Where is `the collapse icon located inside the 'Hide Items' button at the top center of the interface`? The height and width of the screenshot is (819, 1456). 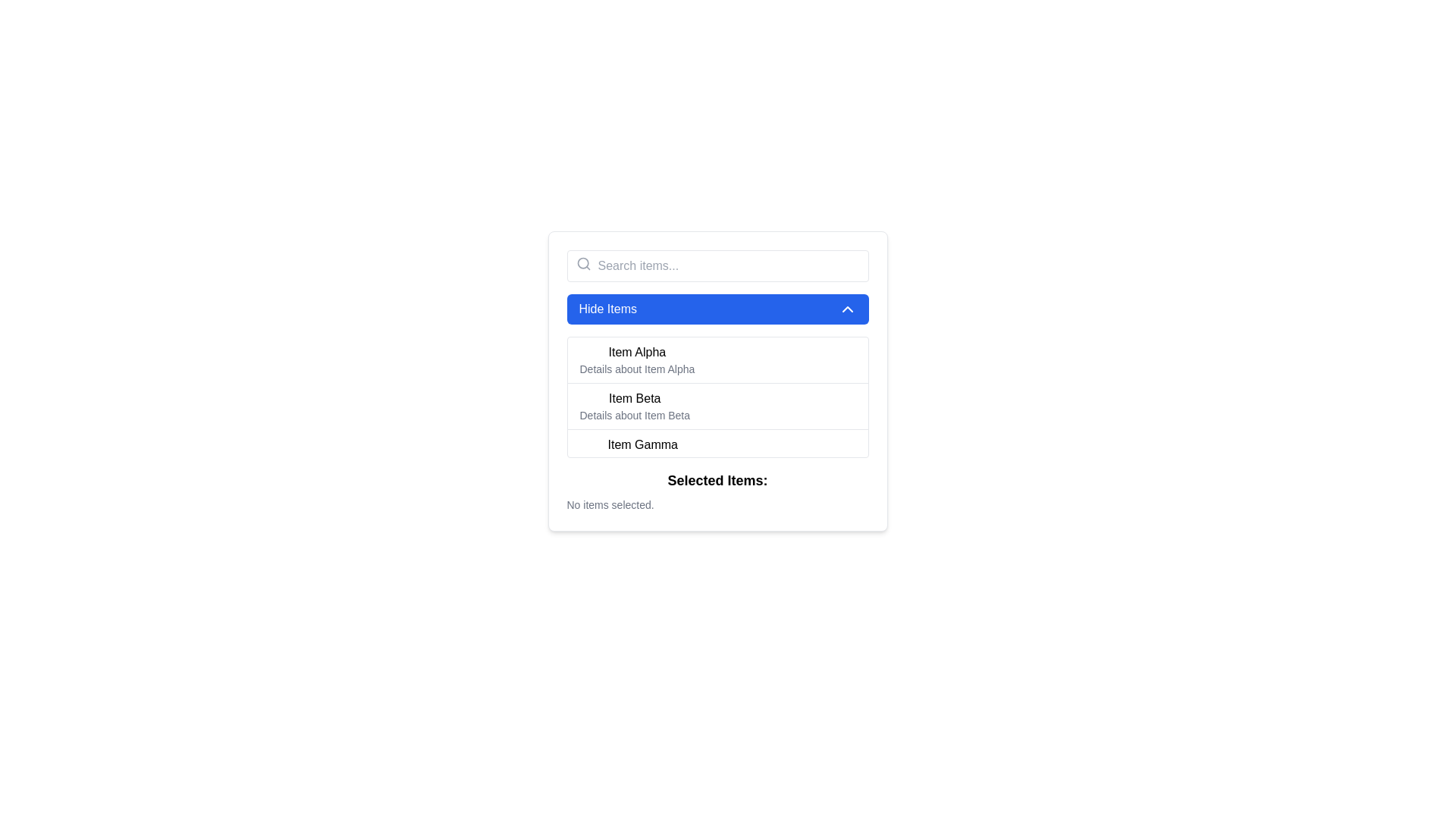 the collapse icon located inside the 'Hide Items' button at the top center of the interface is located at coordinates (846, 309).